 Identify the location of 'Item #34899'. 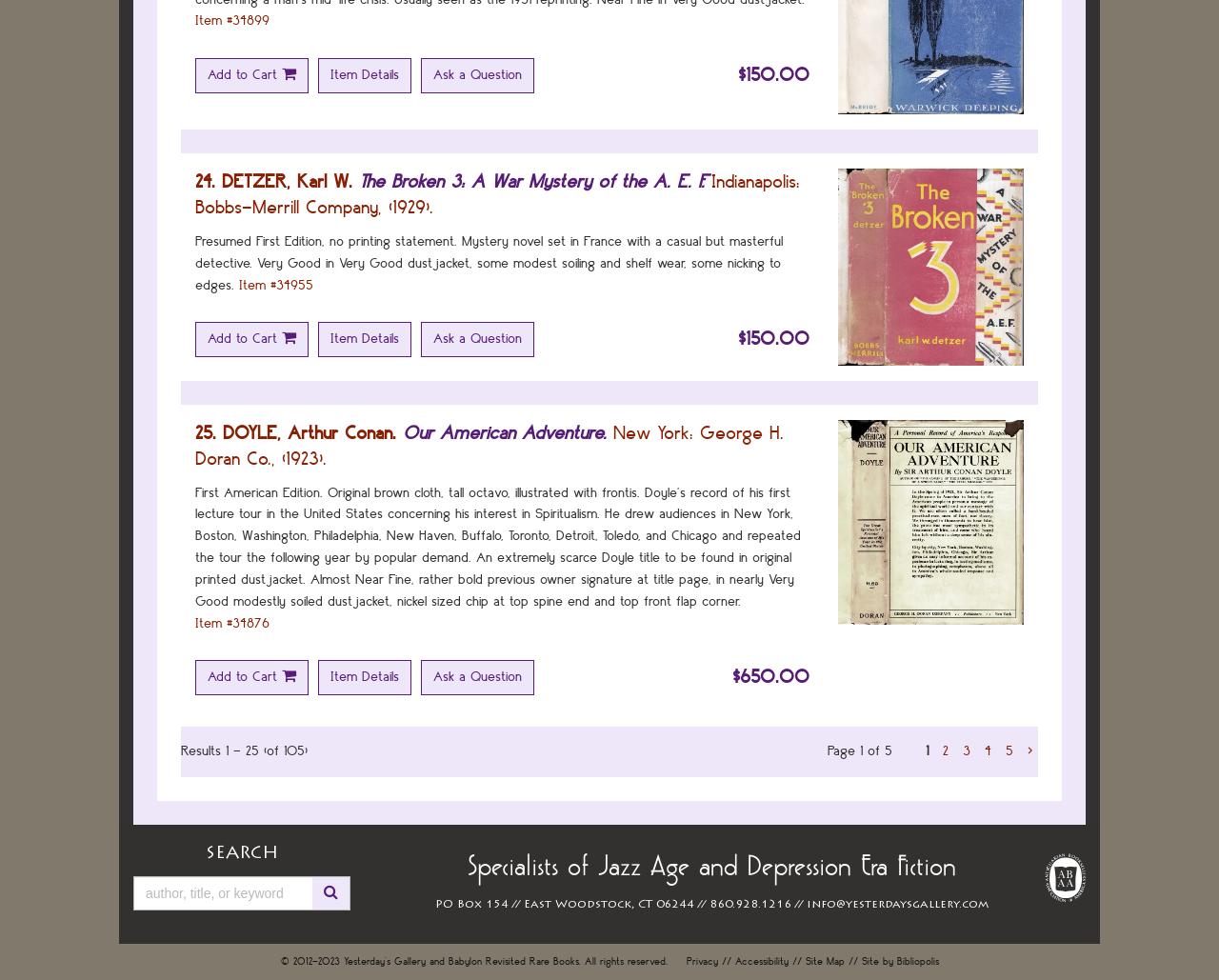
(230, 20).